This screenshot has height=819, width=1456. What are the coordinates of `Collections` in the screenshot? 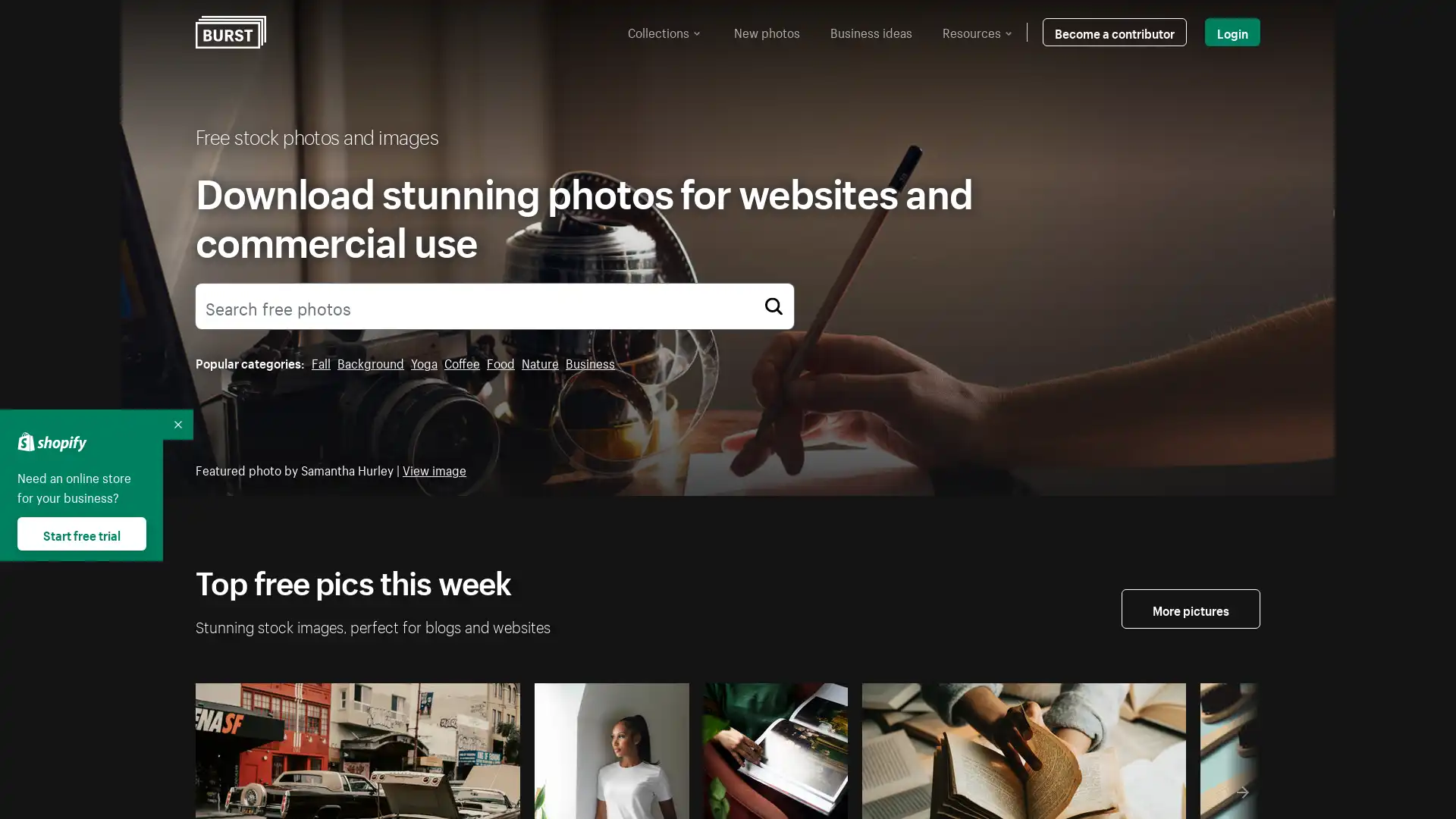 It's located at (664, 31).